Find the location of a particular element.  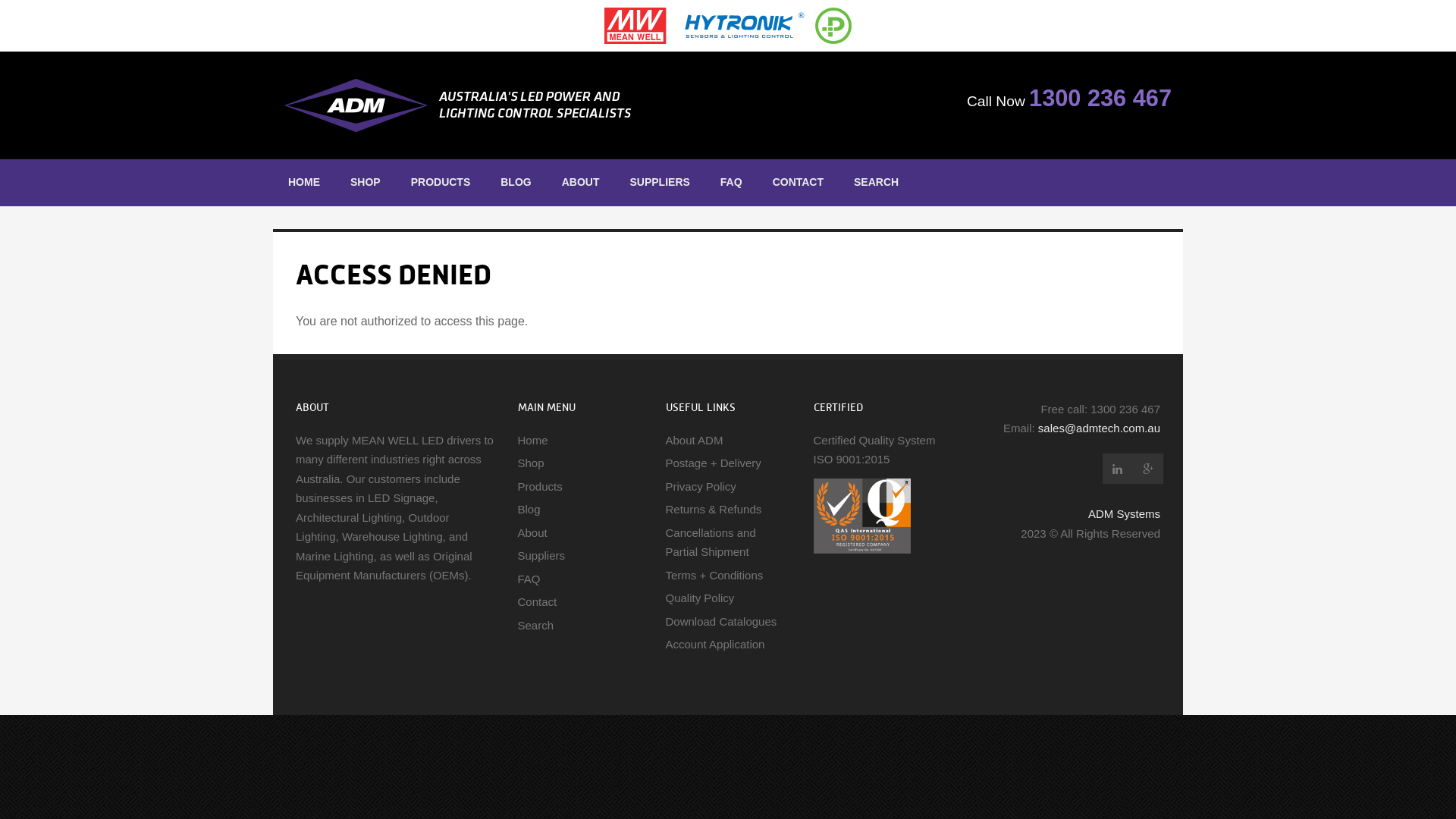

'SHOP' is located at coordinates (365, 181).